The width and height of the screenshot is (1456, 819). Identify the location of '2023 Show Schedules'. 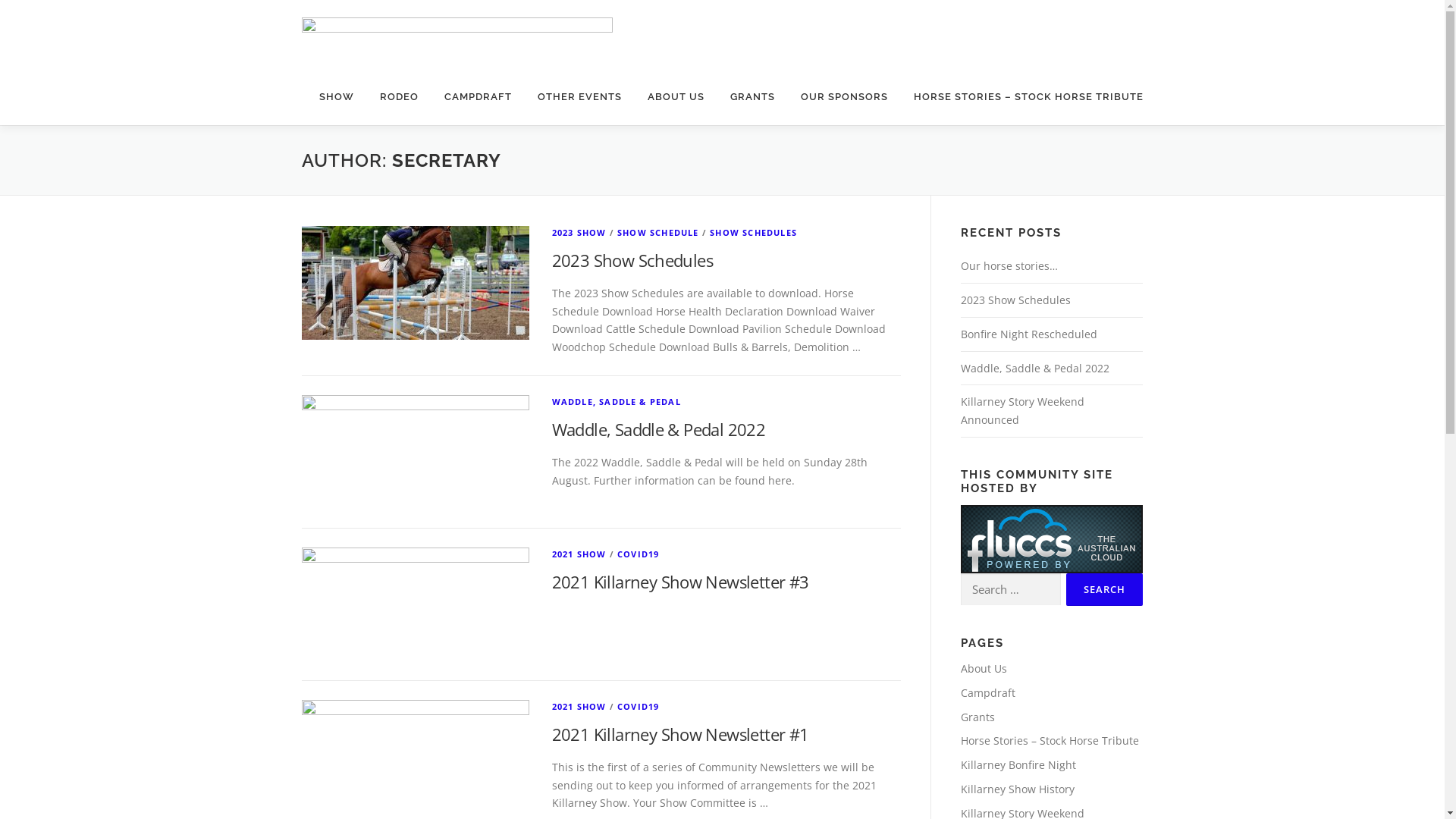
(632, 259).